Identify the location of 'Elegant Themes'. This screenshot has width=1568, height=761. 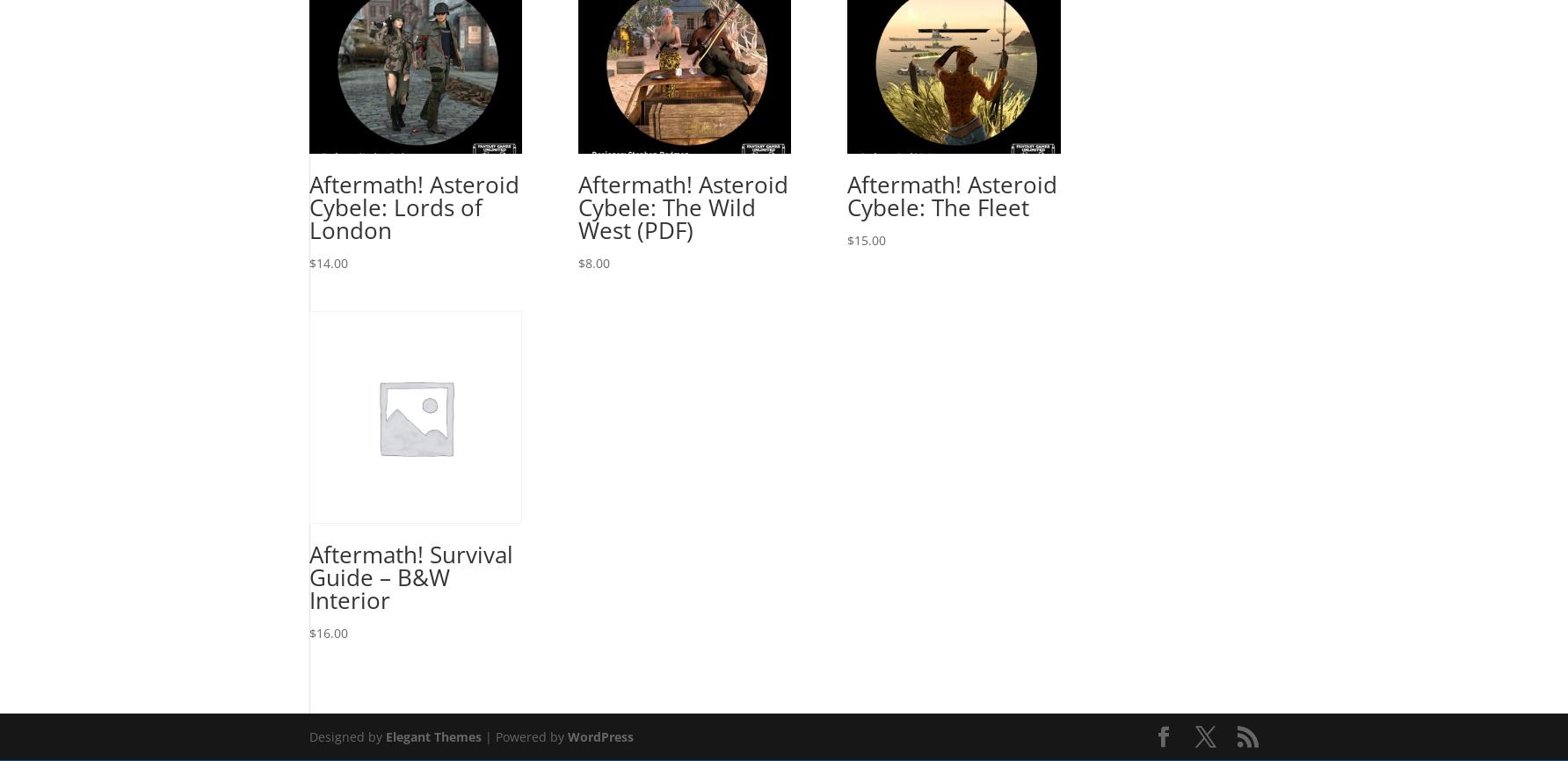
(433, 735).